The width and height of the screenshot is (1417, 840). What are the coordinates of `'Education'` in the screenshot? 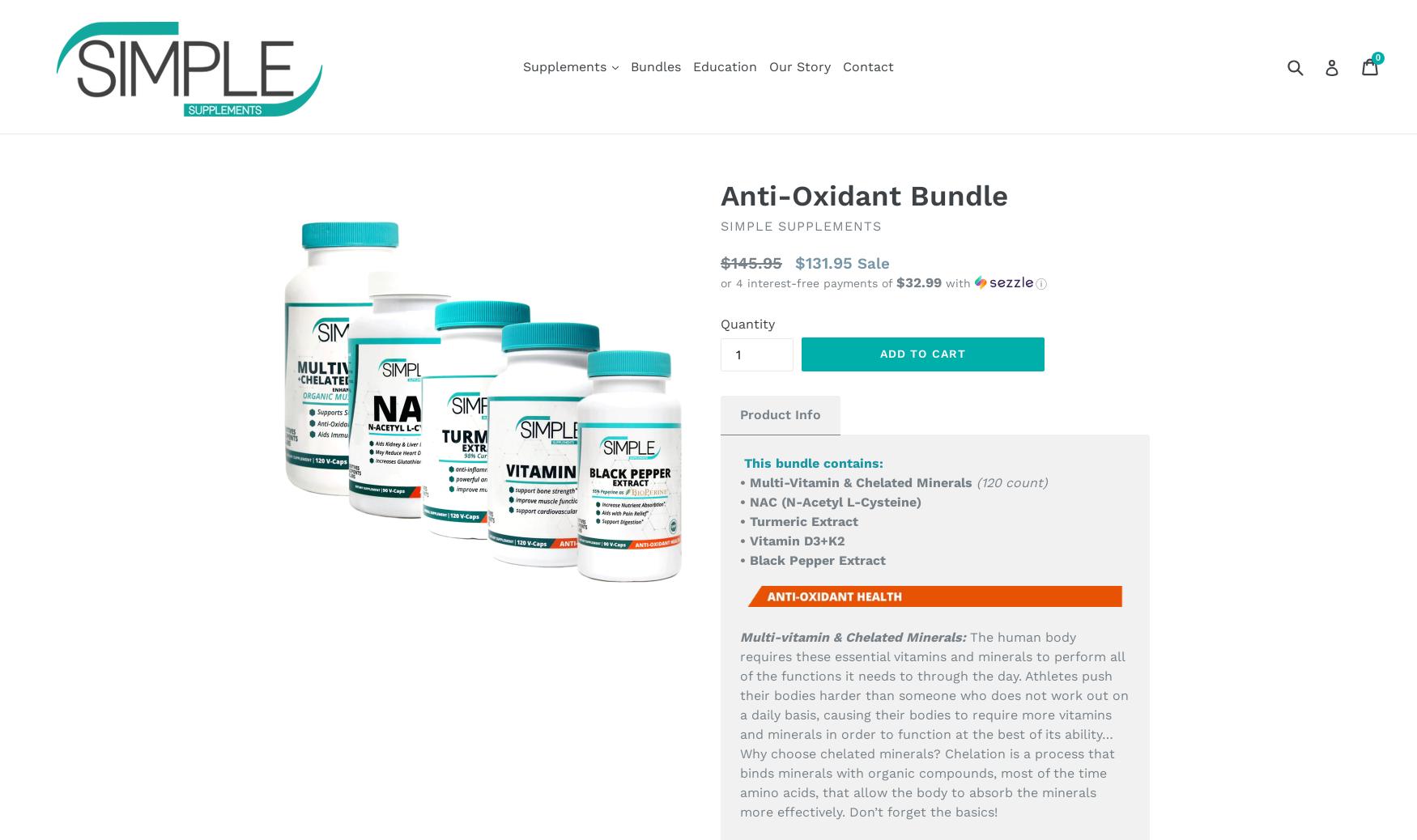 It's located at (724, 65).